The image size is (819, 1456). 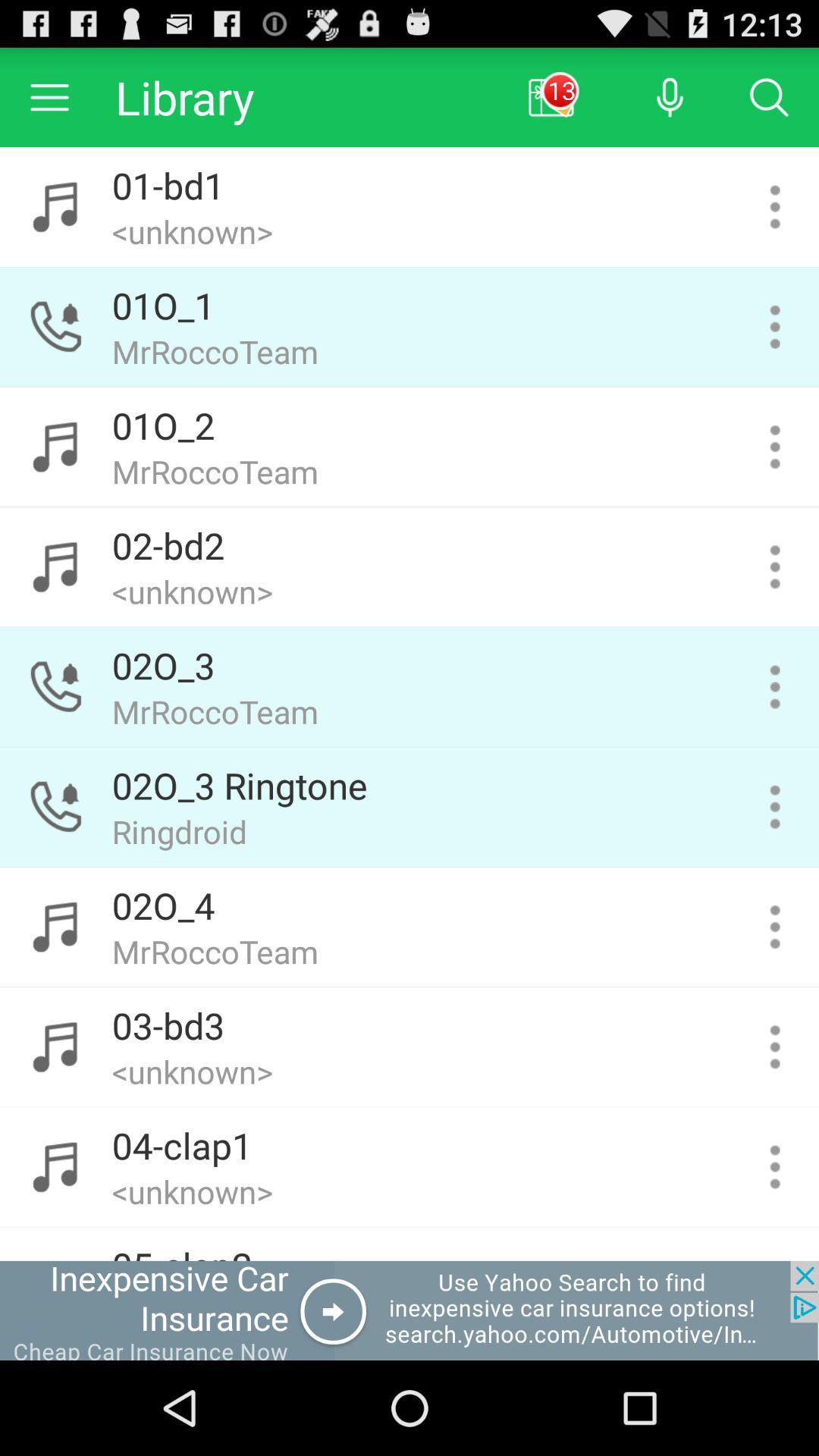 What do you see at coordinates (669, 103) in the screenshot?
I see `the microphone icon` at bounding box center [669, 103].